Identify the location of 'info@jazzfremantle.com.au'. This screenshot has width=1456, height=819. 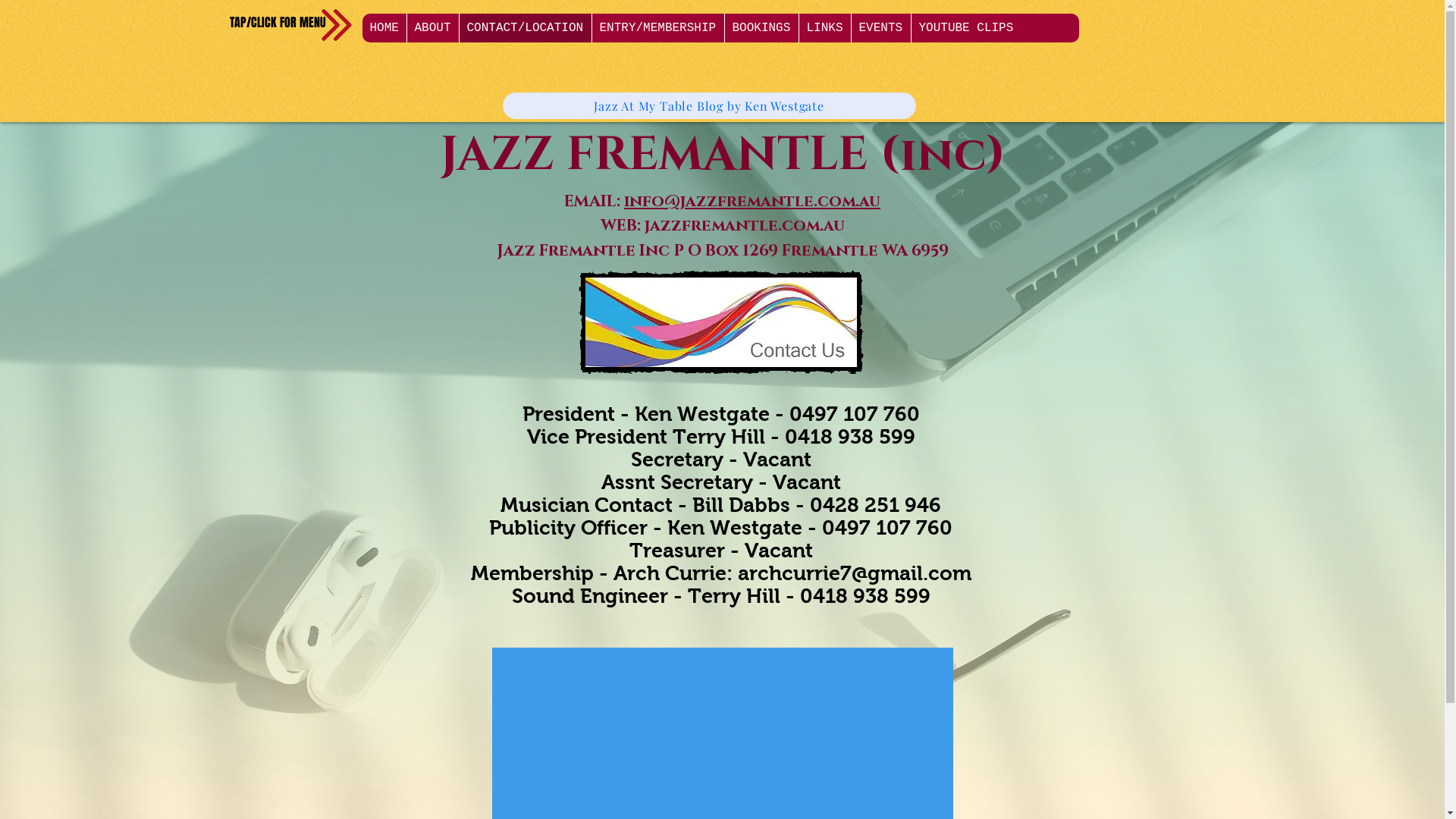
(752, 201).